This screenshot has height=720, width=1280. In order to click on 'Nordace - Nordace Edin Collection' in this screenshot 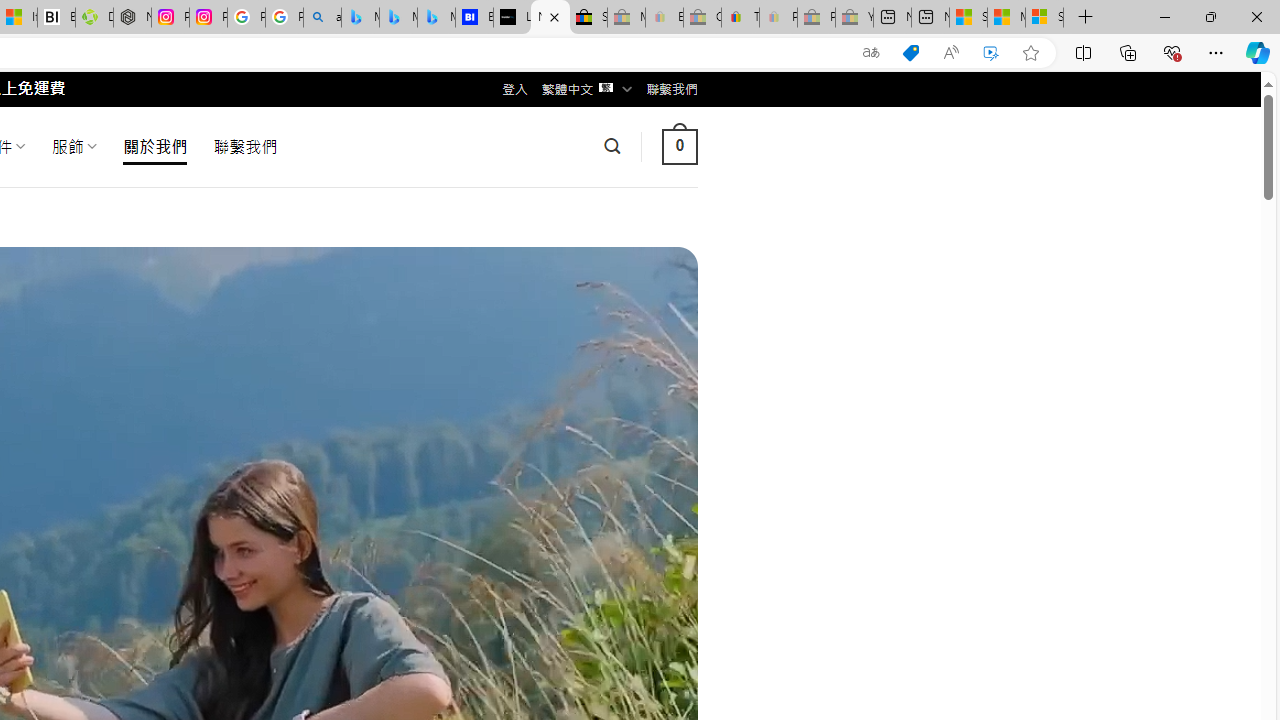, I will do `click(131, 17)`.